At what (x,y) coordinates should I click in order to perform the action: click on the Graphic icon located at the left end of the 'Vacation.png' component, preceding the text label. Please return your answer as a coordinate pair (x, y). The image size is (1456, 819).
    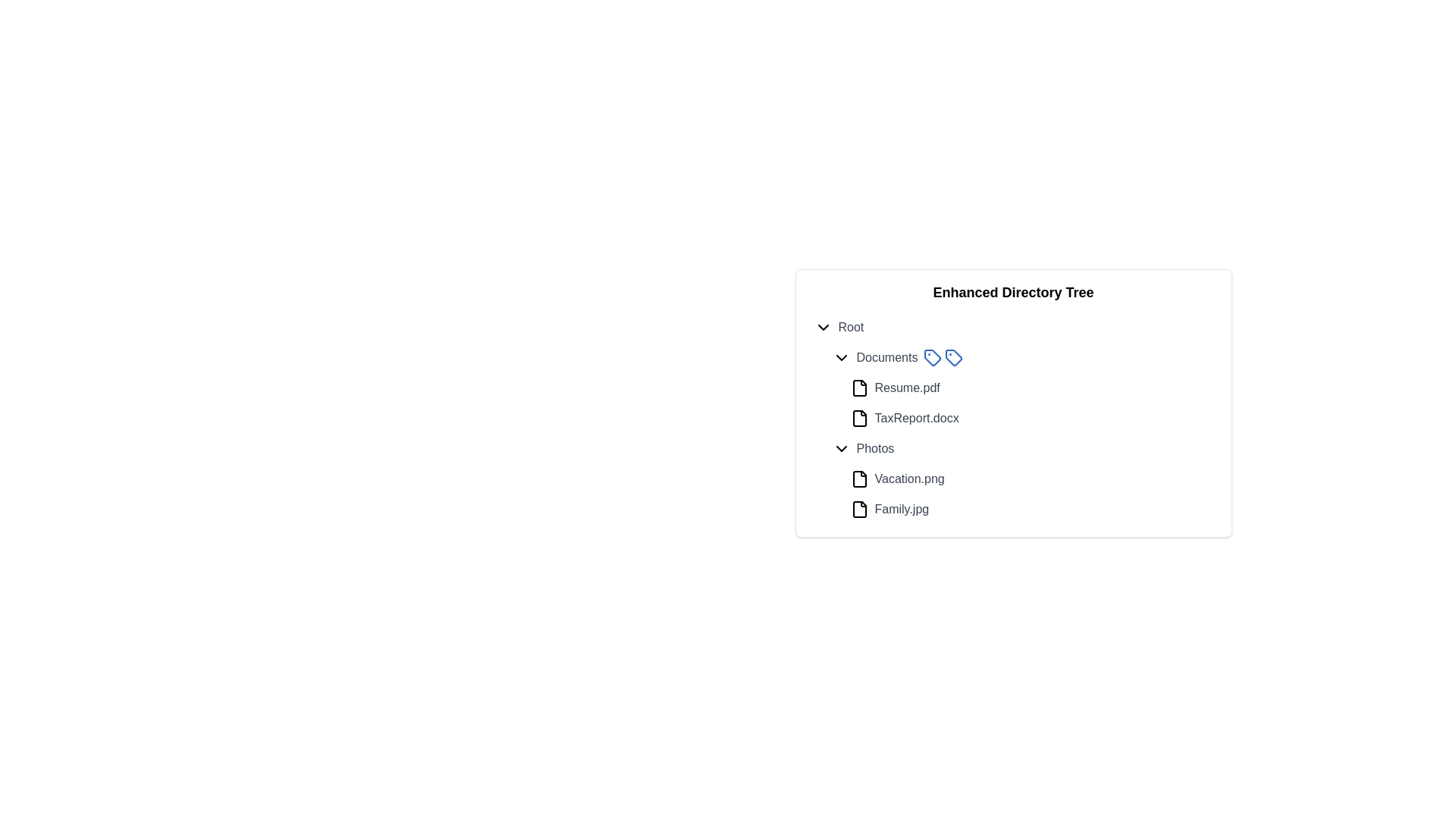
    Looking at the image, I should click on (859, 479).